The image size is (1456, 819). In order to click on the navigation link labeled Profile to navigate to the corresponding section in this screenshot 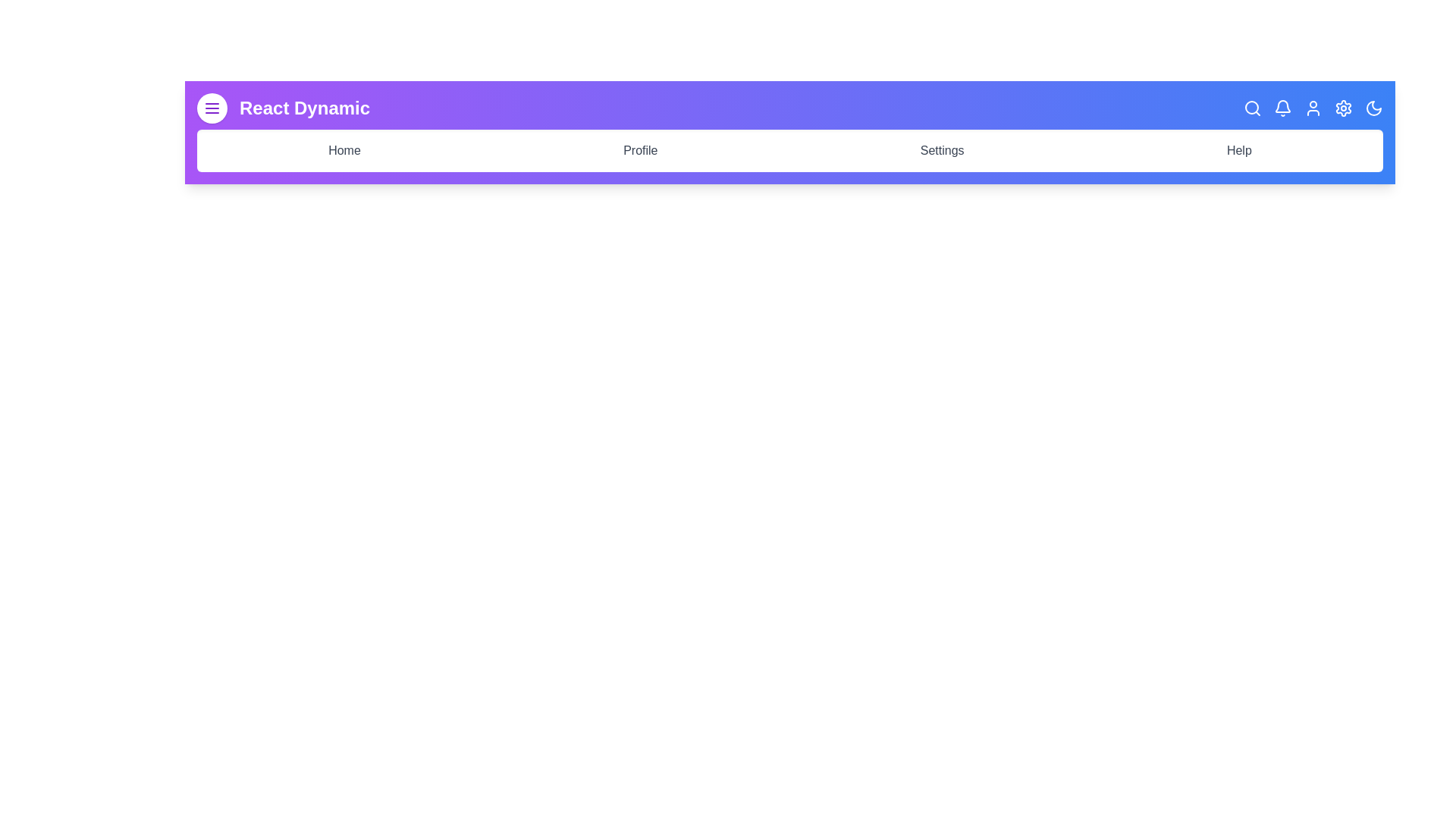, I will do `click(640, 151)`.